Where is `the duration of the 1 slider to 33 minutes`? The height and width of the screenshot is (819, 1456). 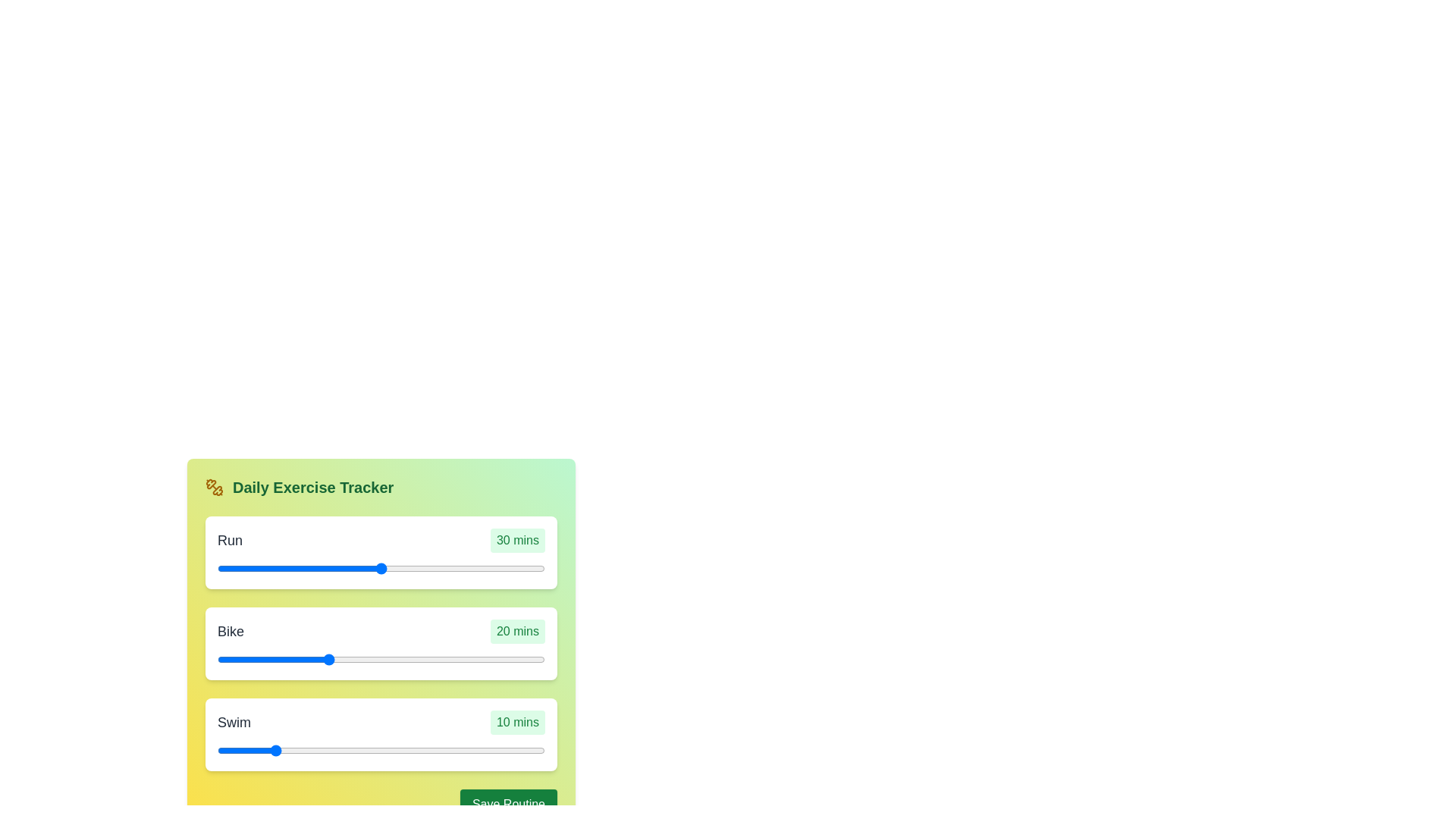
the duration of the 1 slider to 33 minutes is located at coordinates (470, 659).